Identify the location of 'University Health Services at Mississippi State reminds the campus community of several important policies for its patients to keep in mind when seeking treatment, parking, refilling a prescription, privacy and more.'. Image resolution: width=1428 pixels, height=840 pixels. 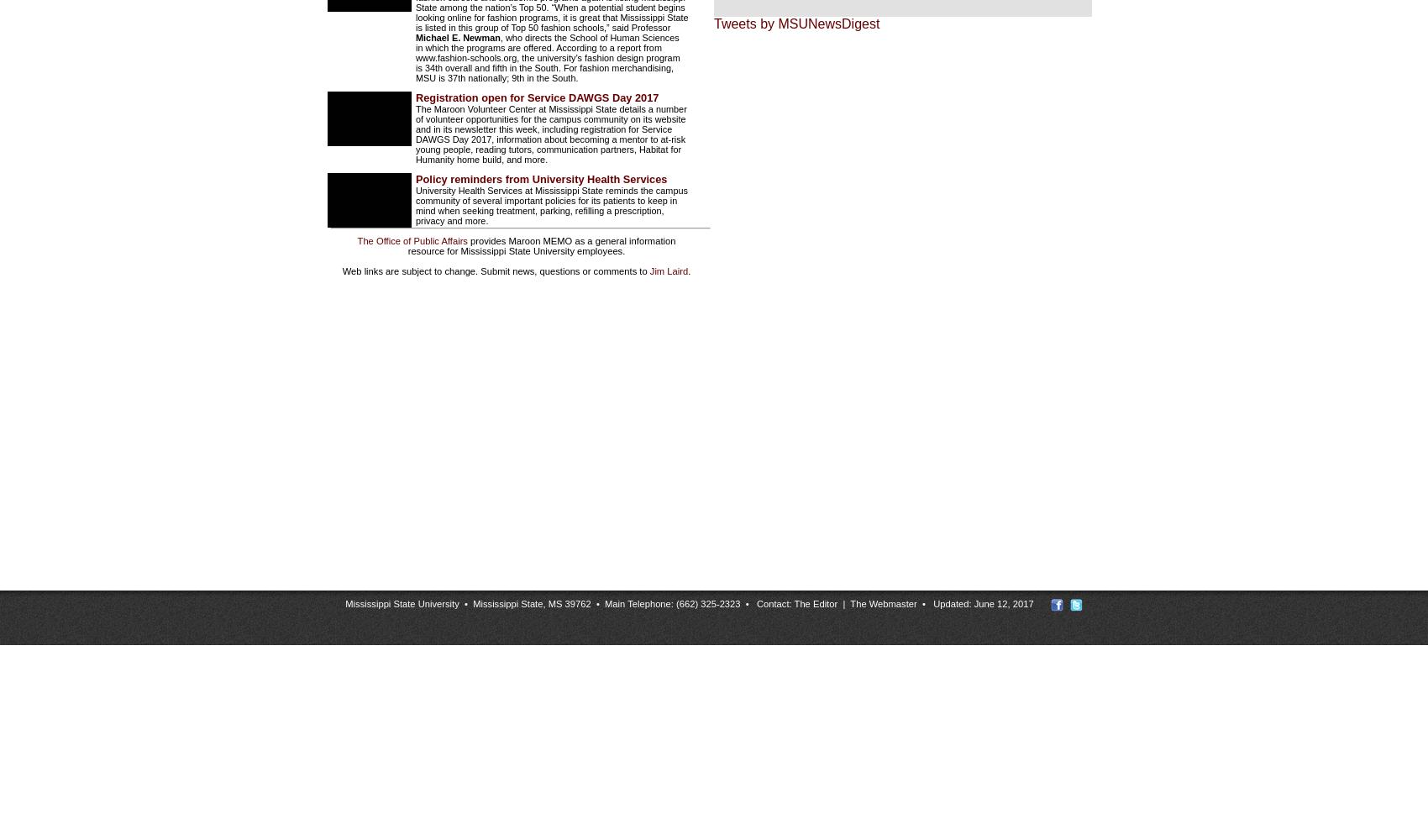
(551, 205).